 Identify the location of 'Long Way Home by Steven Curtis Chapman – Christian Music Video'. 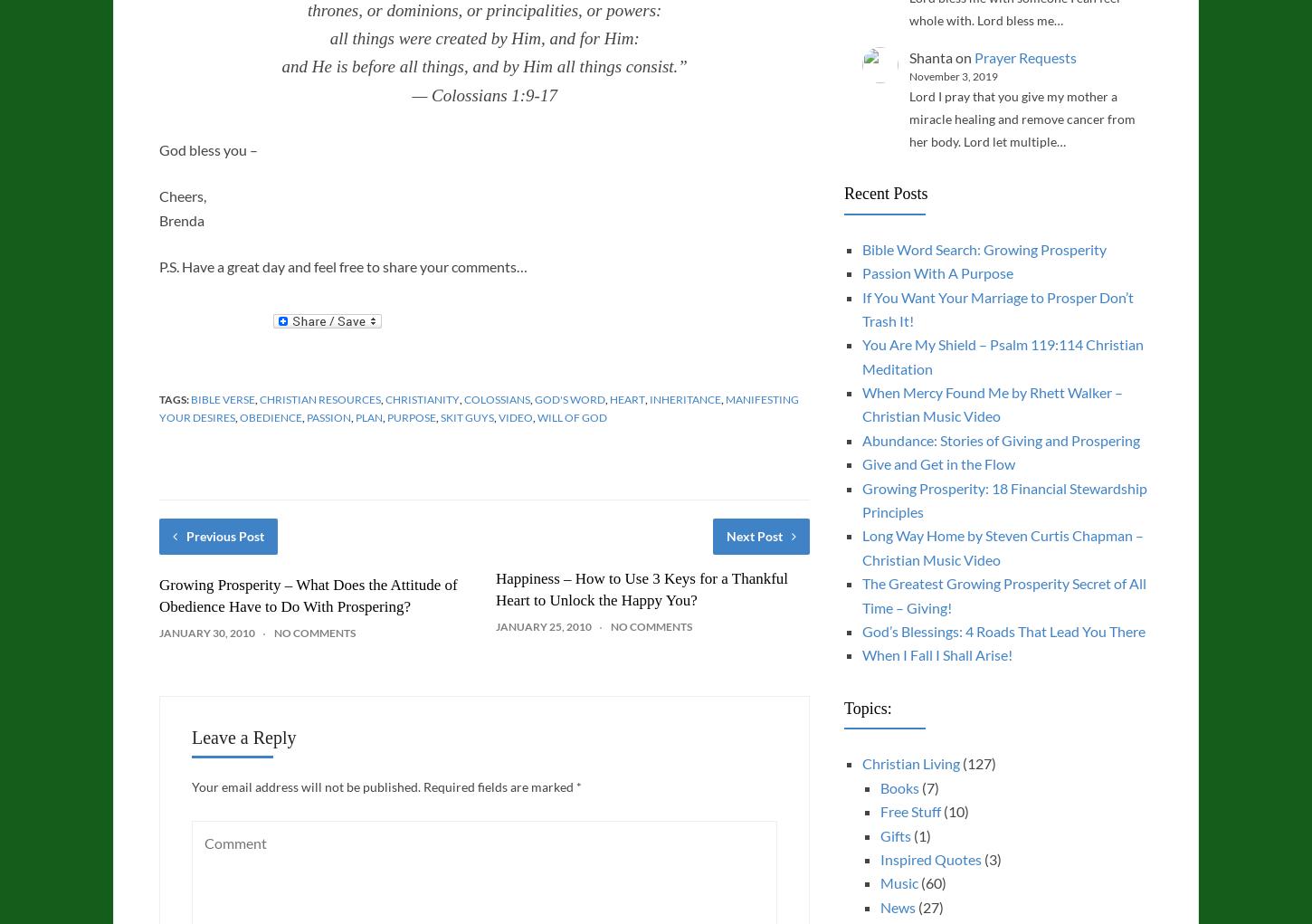
(1001, 547).